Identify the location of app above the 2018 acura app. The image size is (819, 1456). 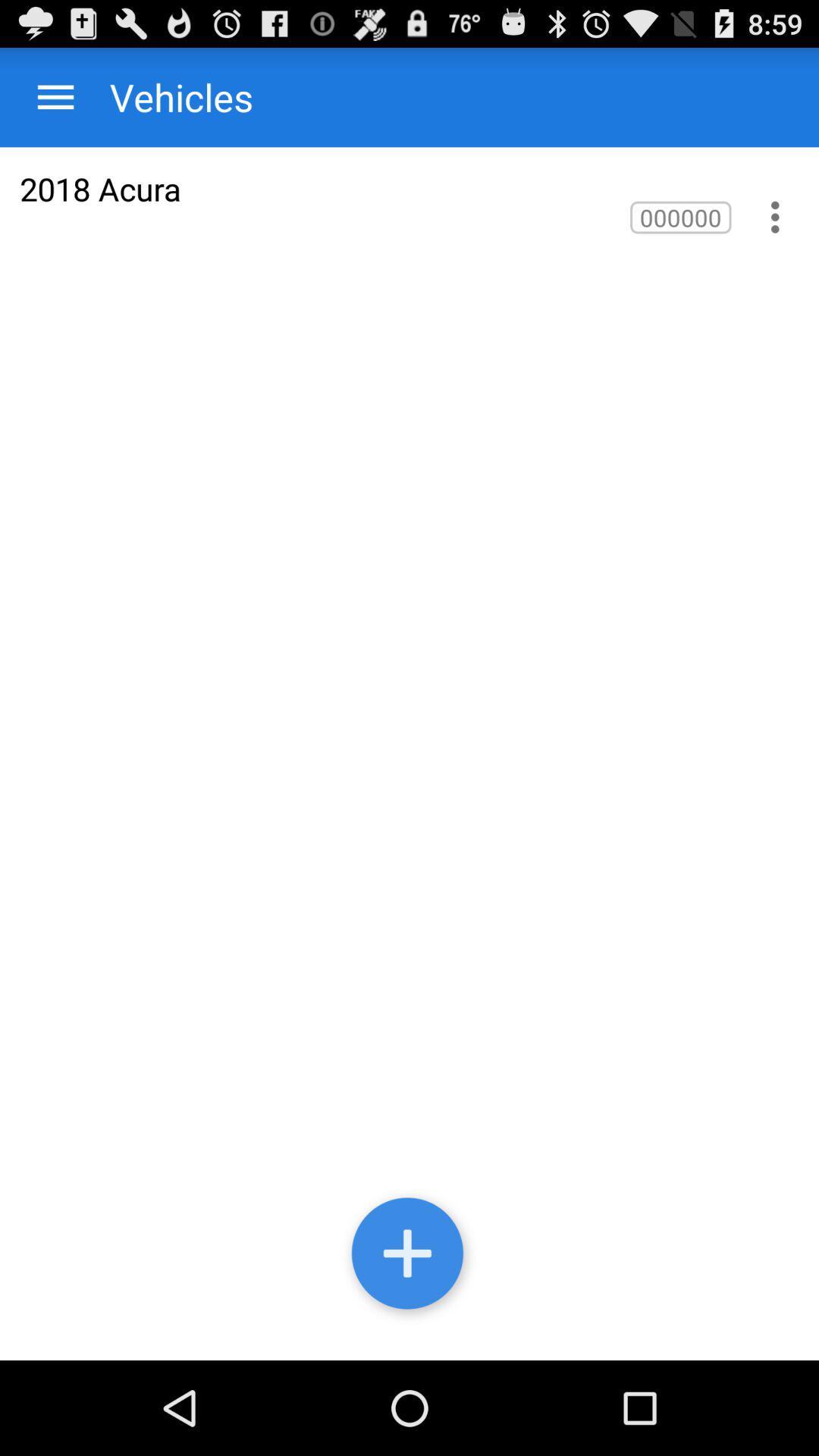
(166, 96).